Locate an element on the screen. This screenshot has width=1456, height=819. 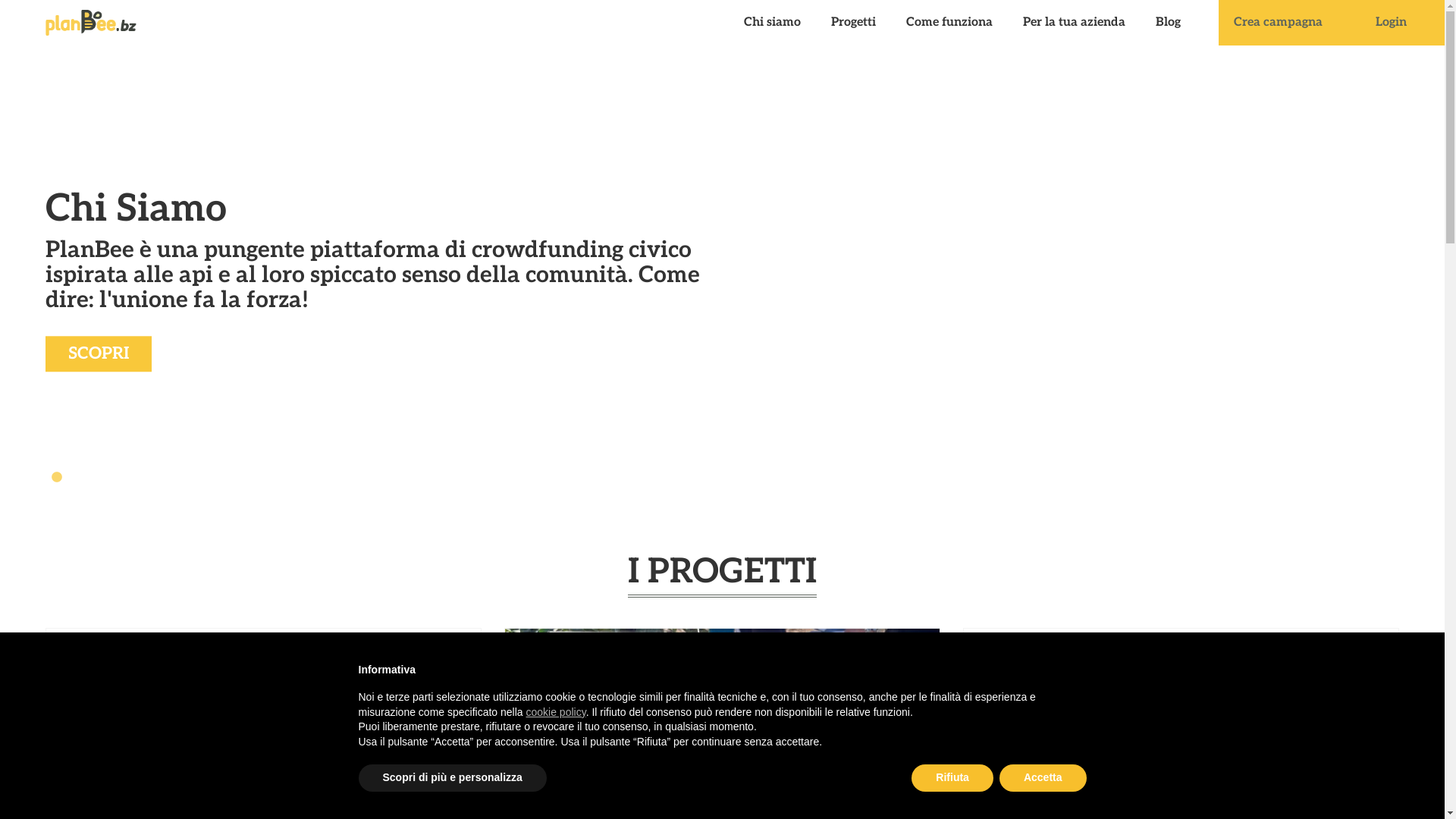
'Crea campagna' is located at coordinates (1277, 23).